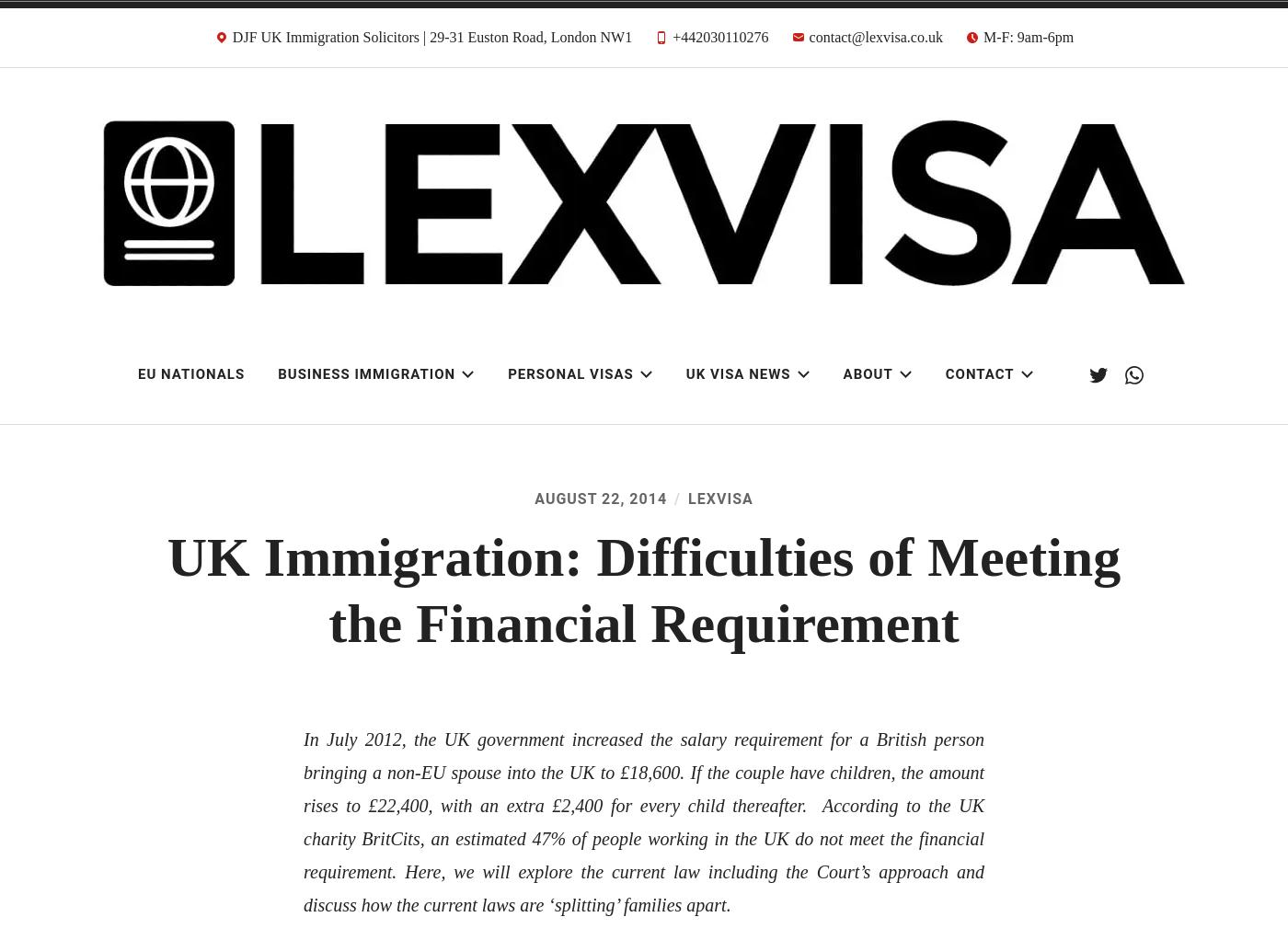  I want to click on 'About', so click(868, 373).